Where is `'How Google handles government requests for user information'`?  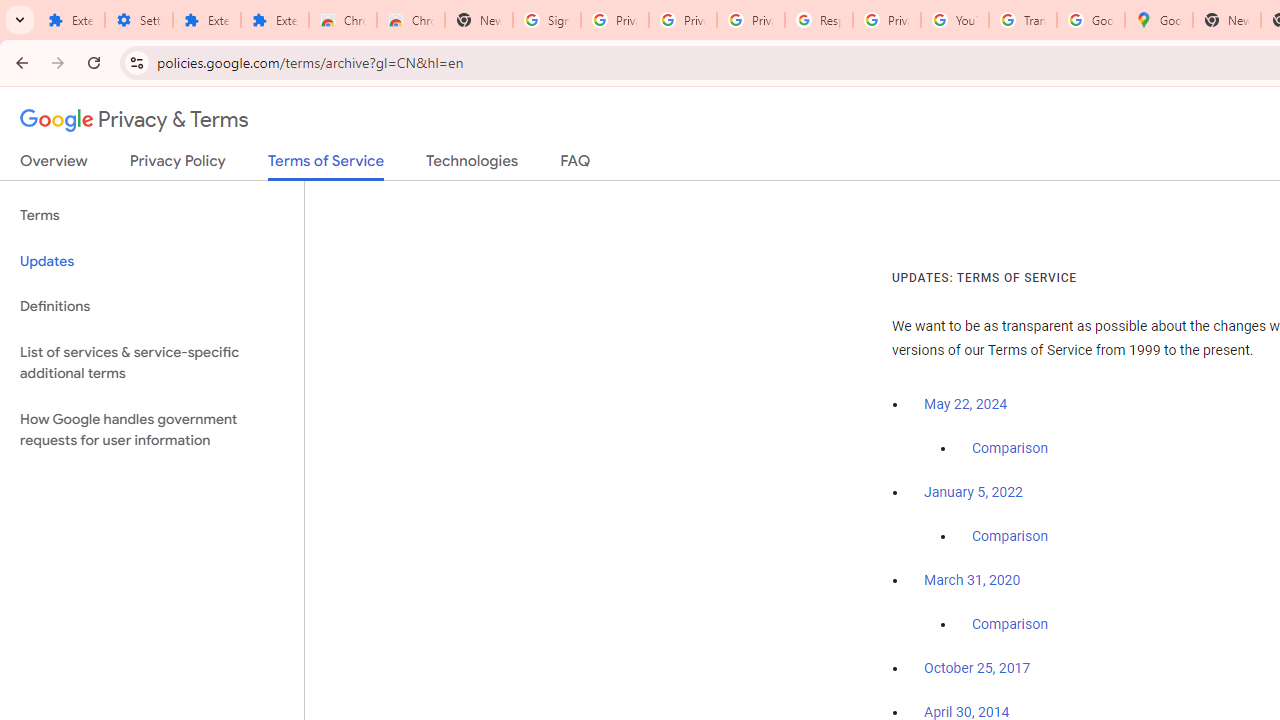 'How Google handles government requests for user information' is located at coordinates (151, 428).